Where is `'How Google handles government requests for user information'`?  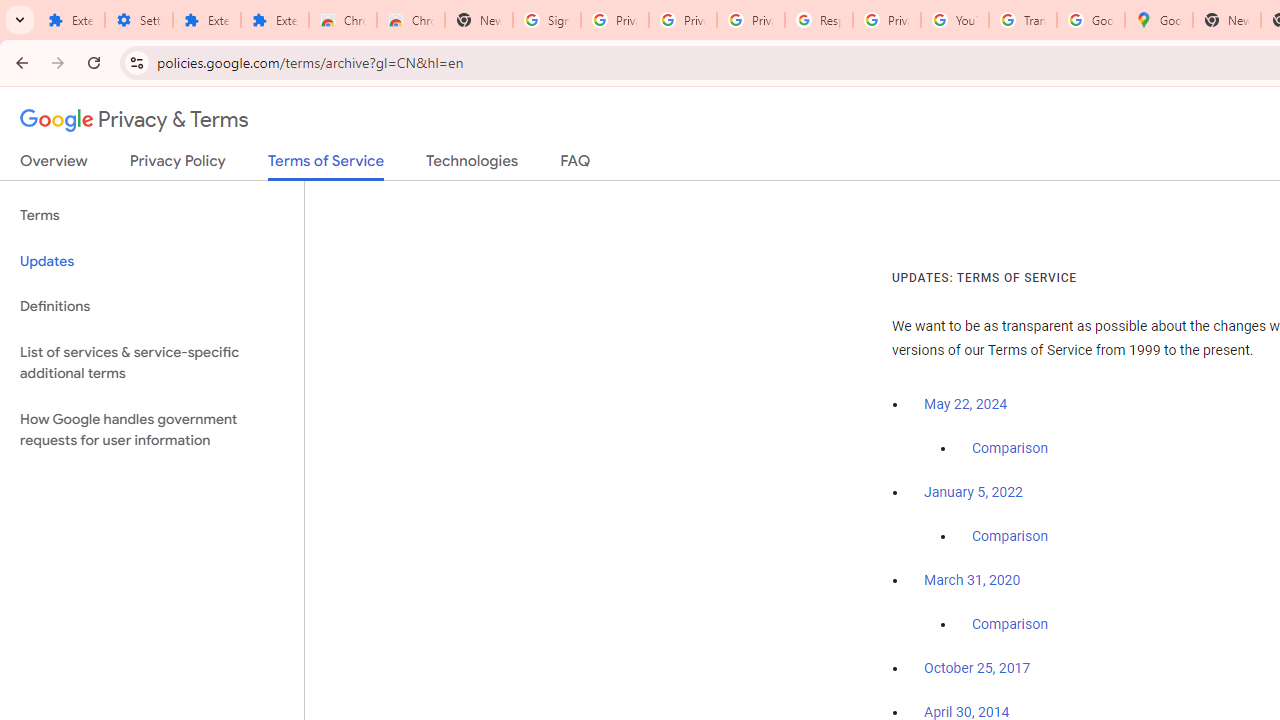 'How Google handles government requests for user information' is located at coordinates (151, 428).